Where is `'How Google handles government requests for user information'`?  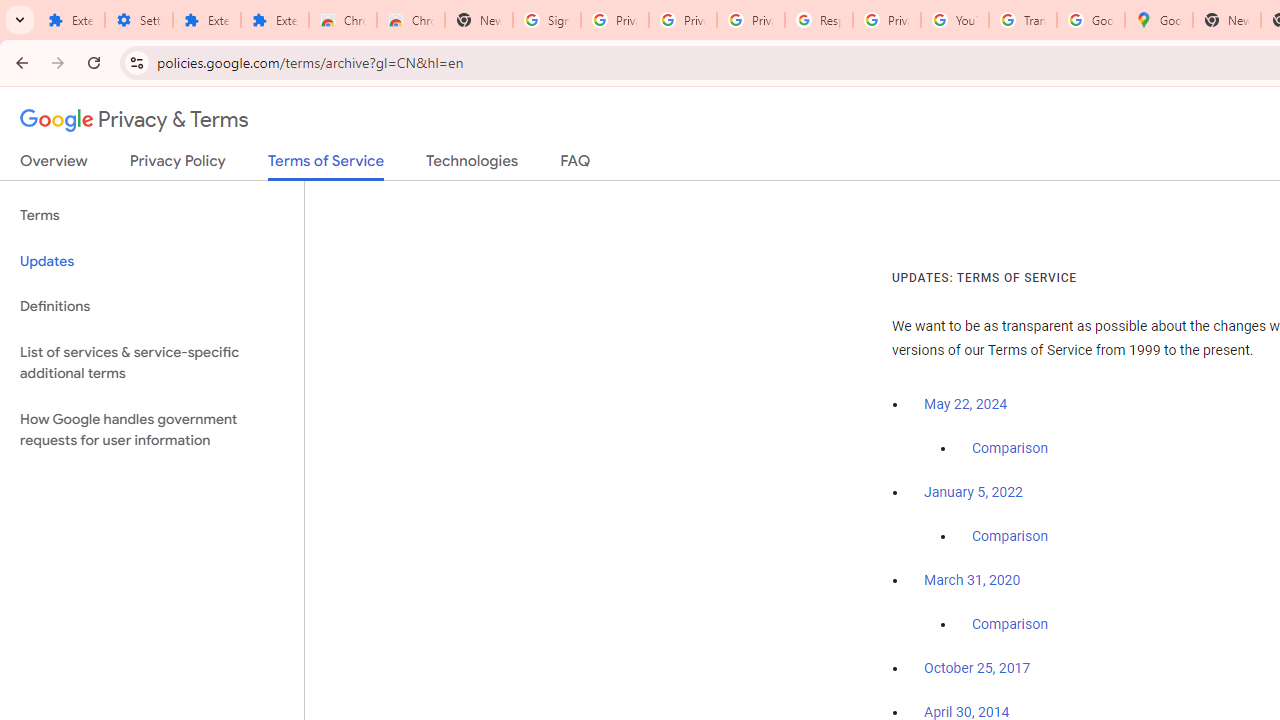 'How Google handles government requests for user information' is located at coordinates (151, 428).